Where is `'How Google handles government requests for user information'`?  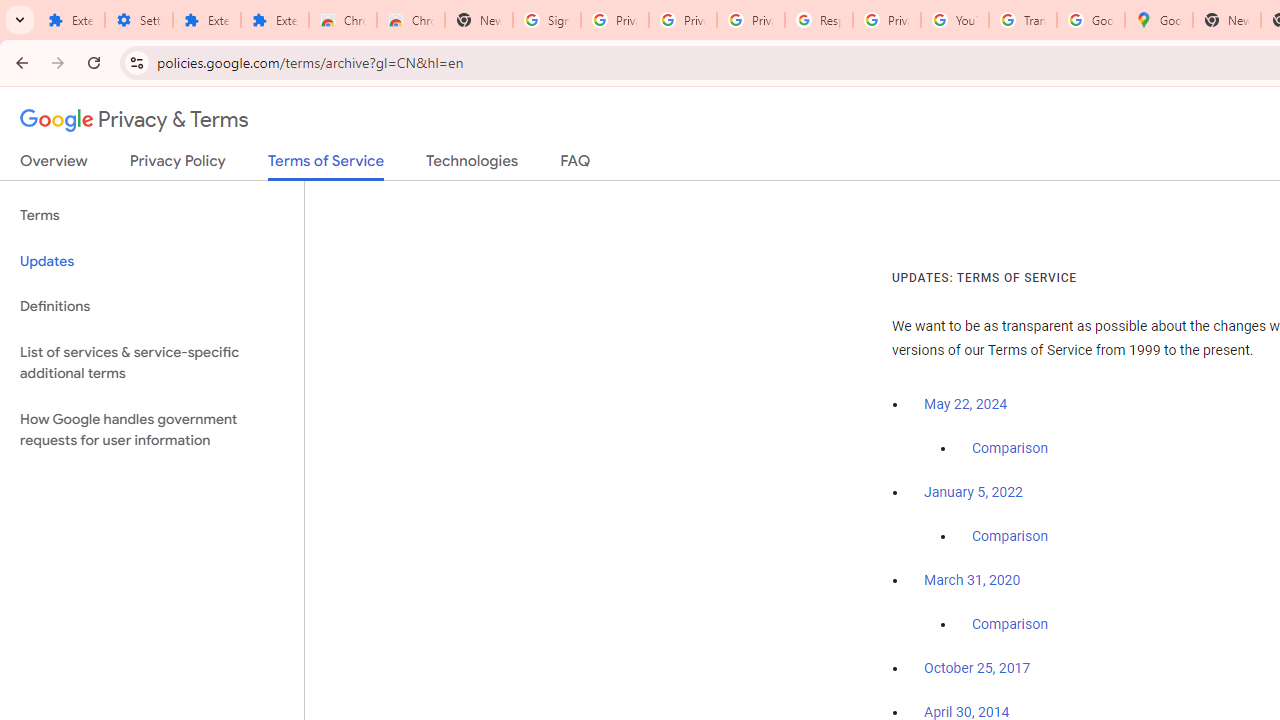 'How Google handles government requests for user information' is located at coordinates (151, 428).